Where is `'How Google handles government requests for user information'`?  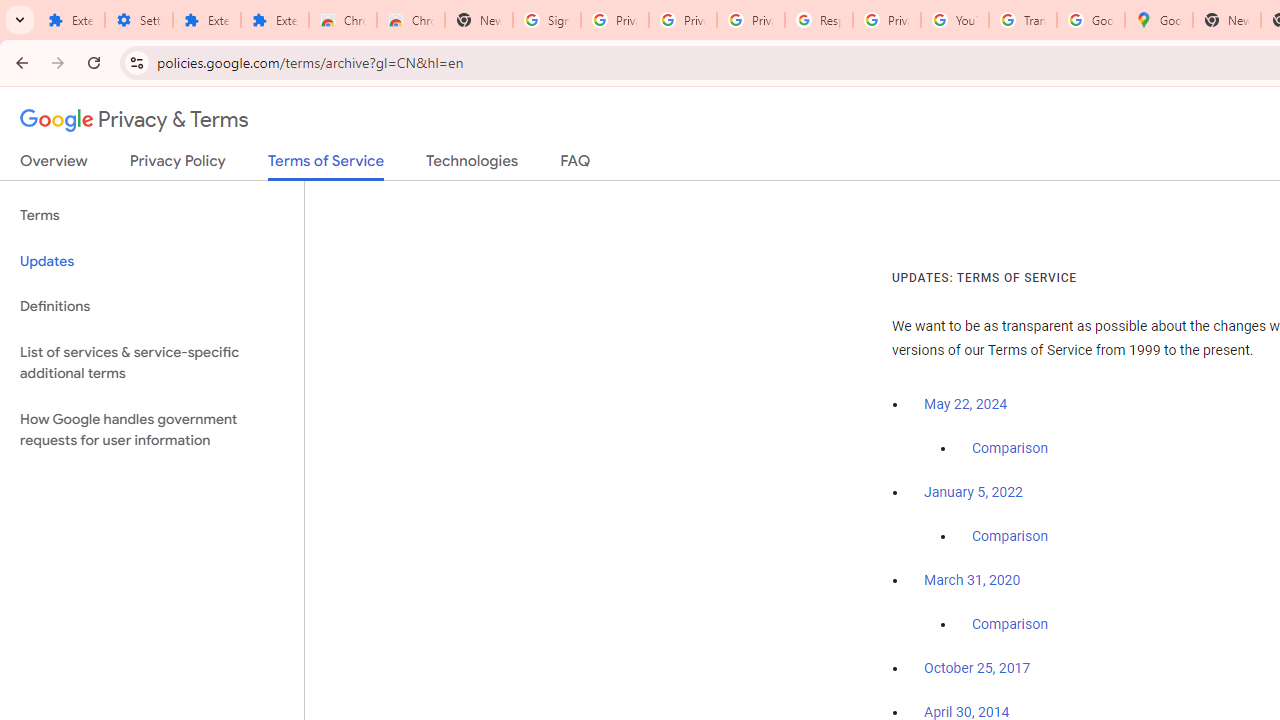 'How Google handles government requests for user information' is located at coordinates (151, 428).